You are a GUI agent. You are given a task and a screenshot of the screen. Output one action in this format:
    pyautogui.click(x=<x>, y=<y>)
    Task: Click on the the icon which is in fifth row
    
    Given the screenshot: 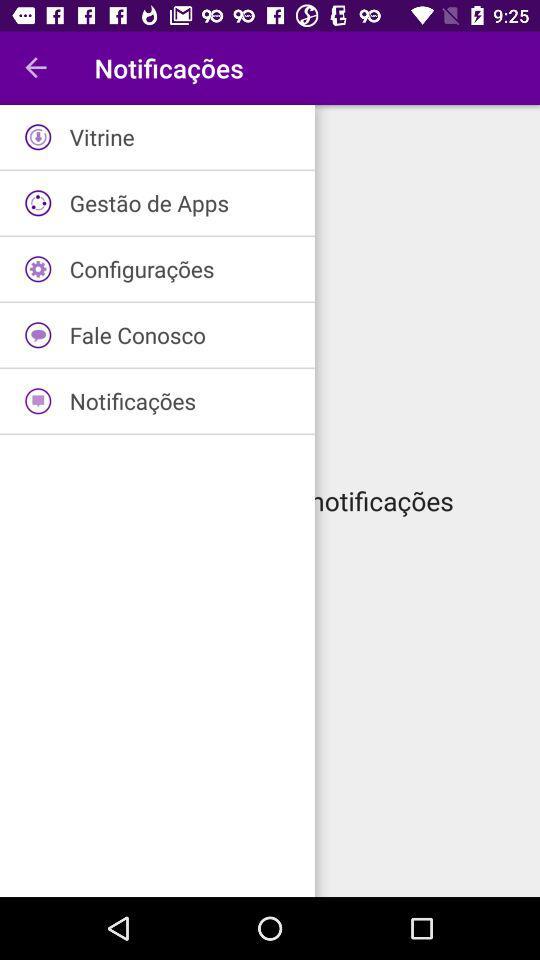 What is the action you would take?
    pyautogui.click(x=38, y=400)
    